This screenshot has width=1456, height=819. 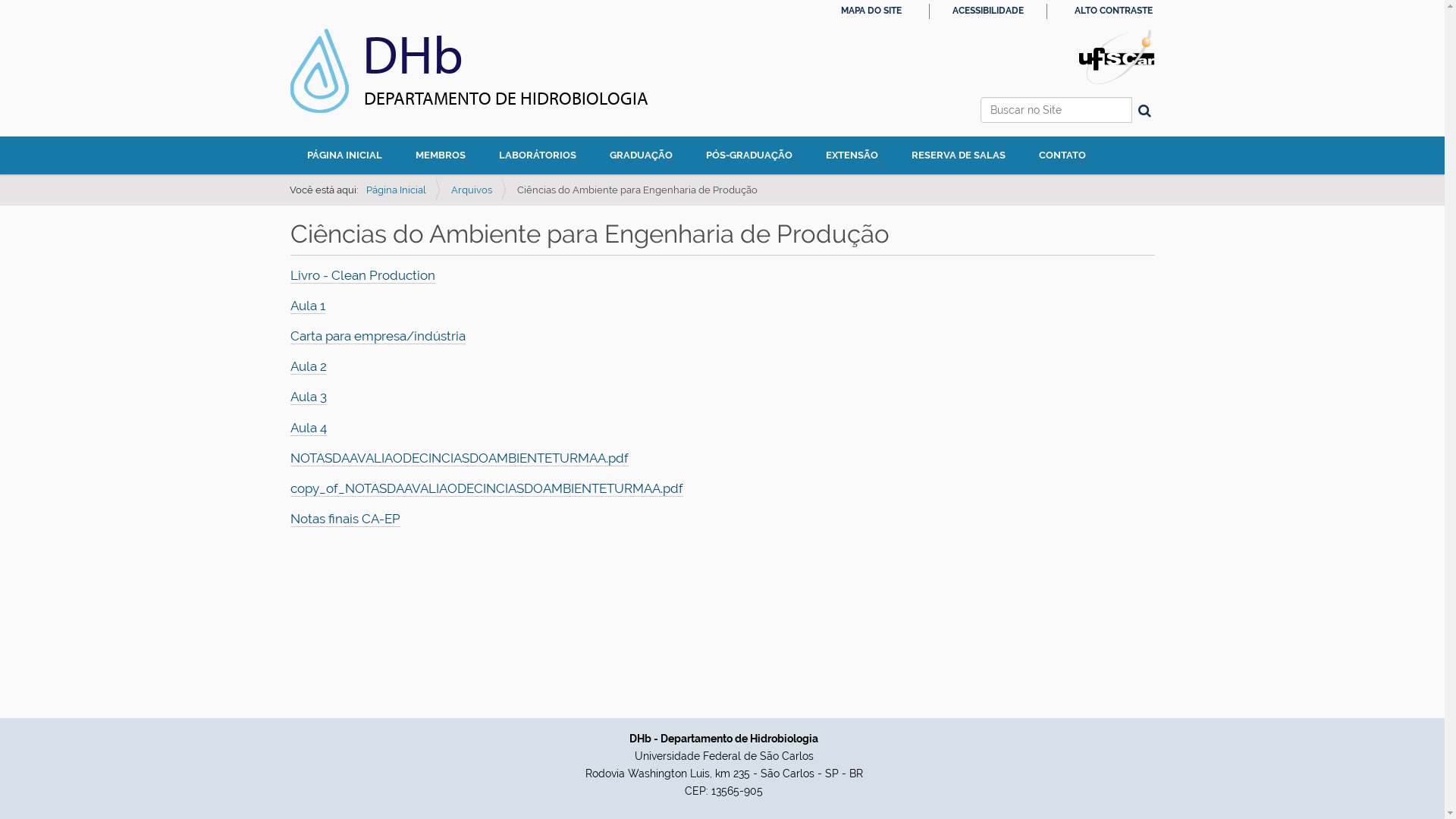 What do you see at coordinates (870, 11) in the screenshot?
I see `'MAPA DO SITE'` at bounding box center [870, 11].